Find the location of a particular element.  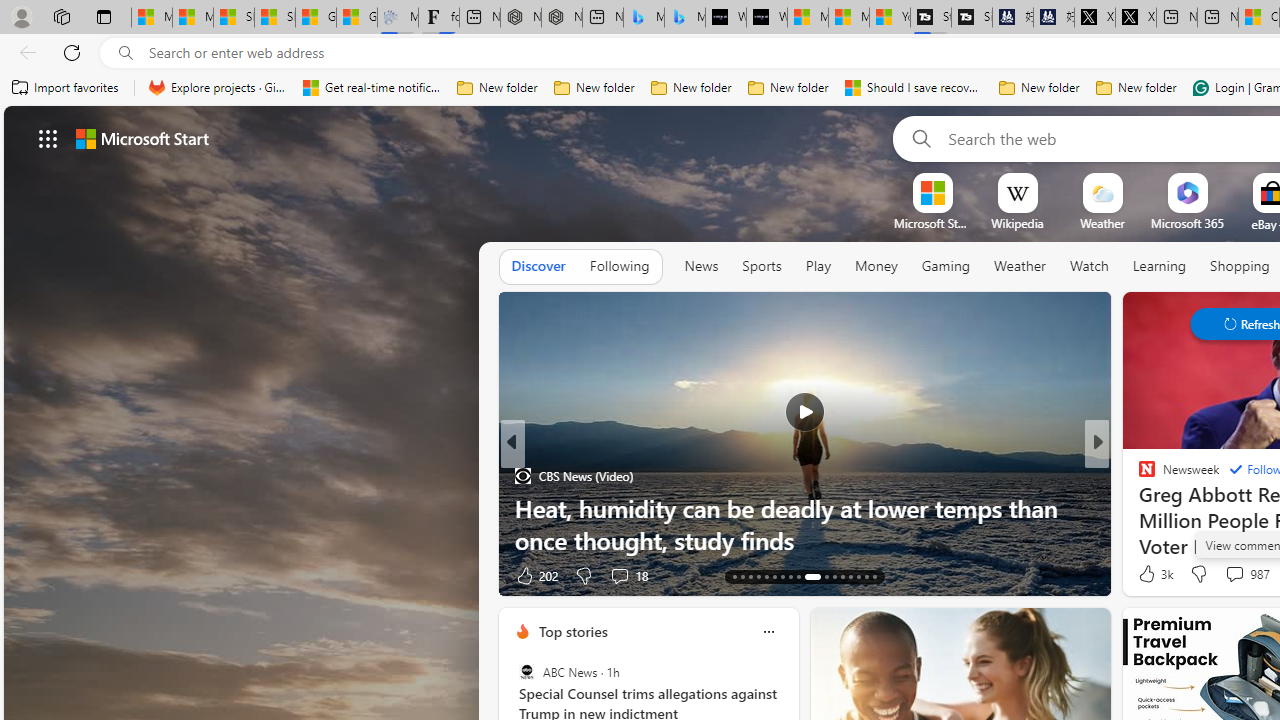

'Following' is located at coordinates (618, 265).